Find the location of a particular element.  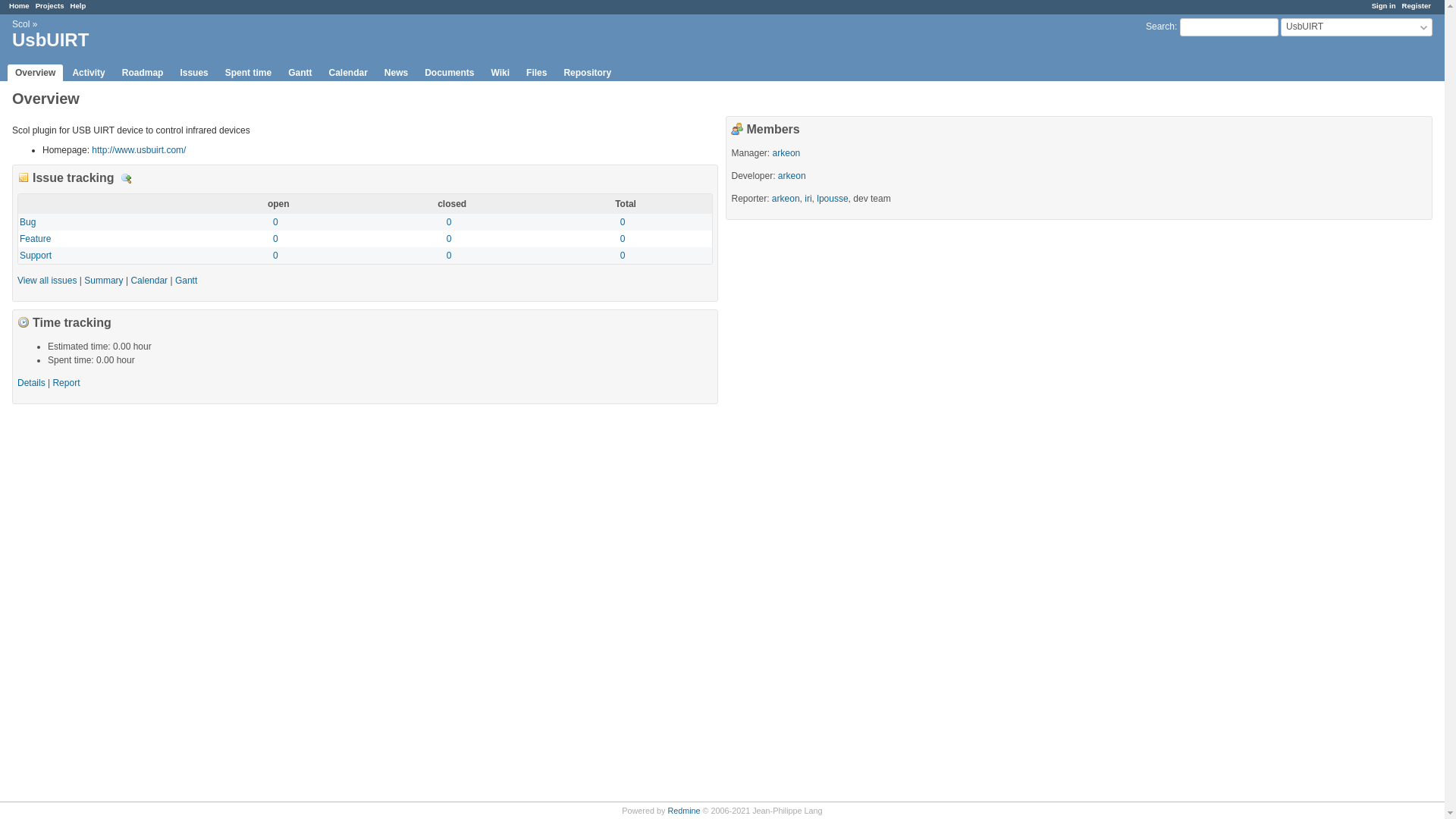

'Details' is located at coordinates (31, 382).